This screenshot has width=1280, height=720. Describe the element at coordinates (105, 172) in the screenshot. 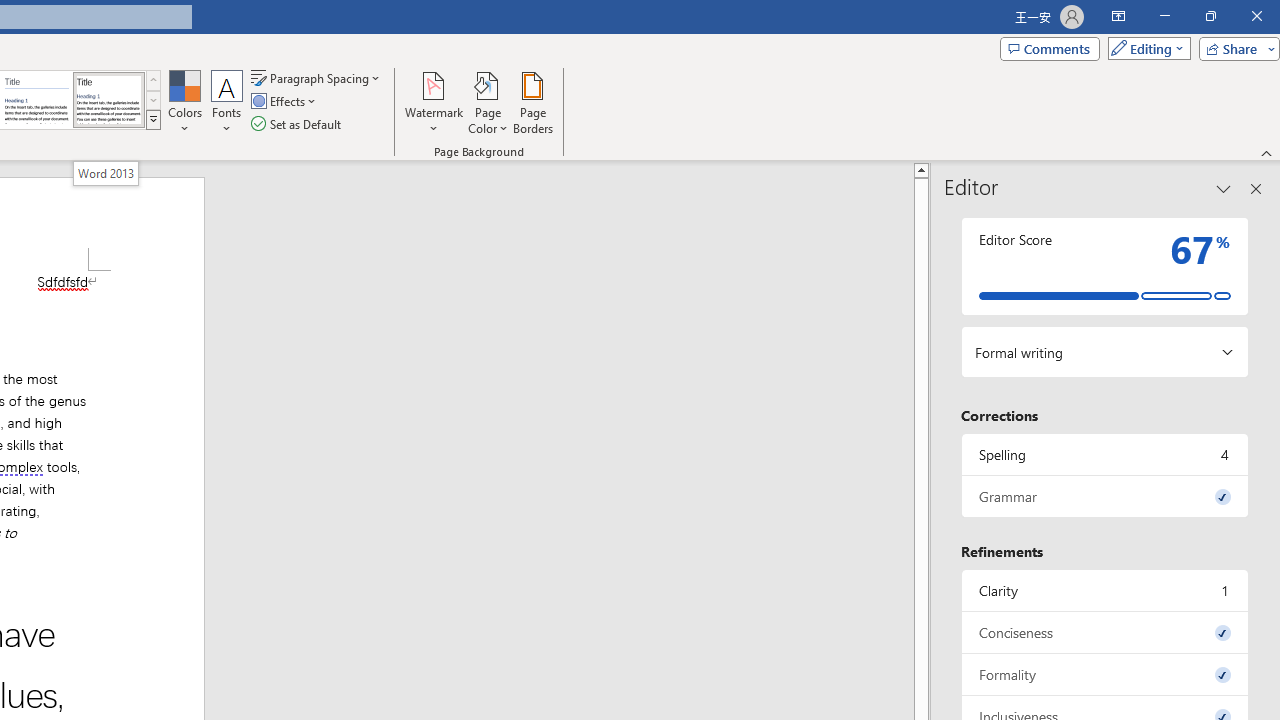

I see `'Word 2013'` at that location.